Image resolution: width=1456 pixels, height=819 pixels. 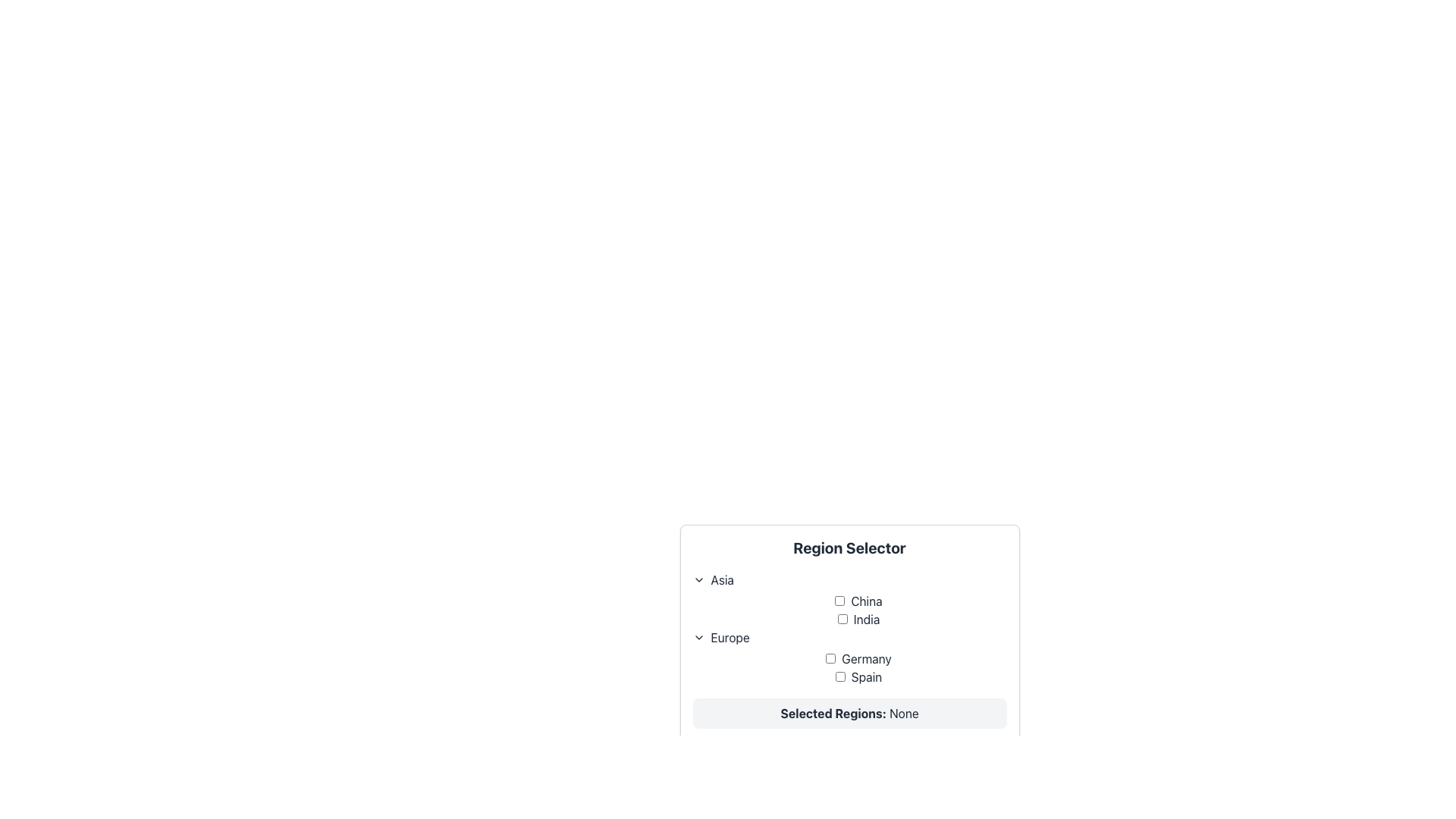 I want to click on the checkbox labeled 'Germany' located under the 'Europe' collapsible section in the region selector, so click(x=849, y=657).